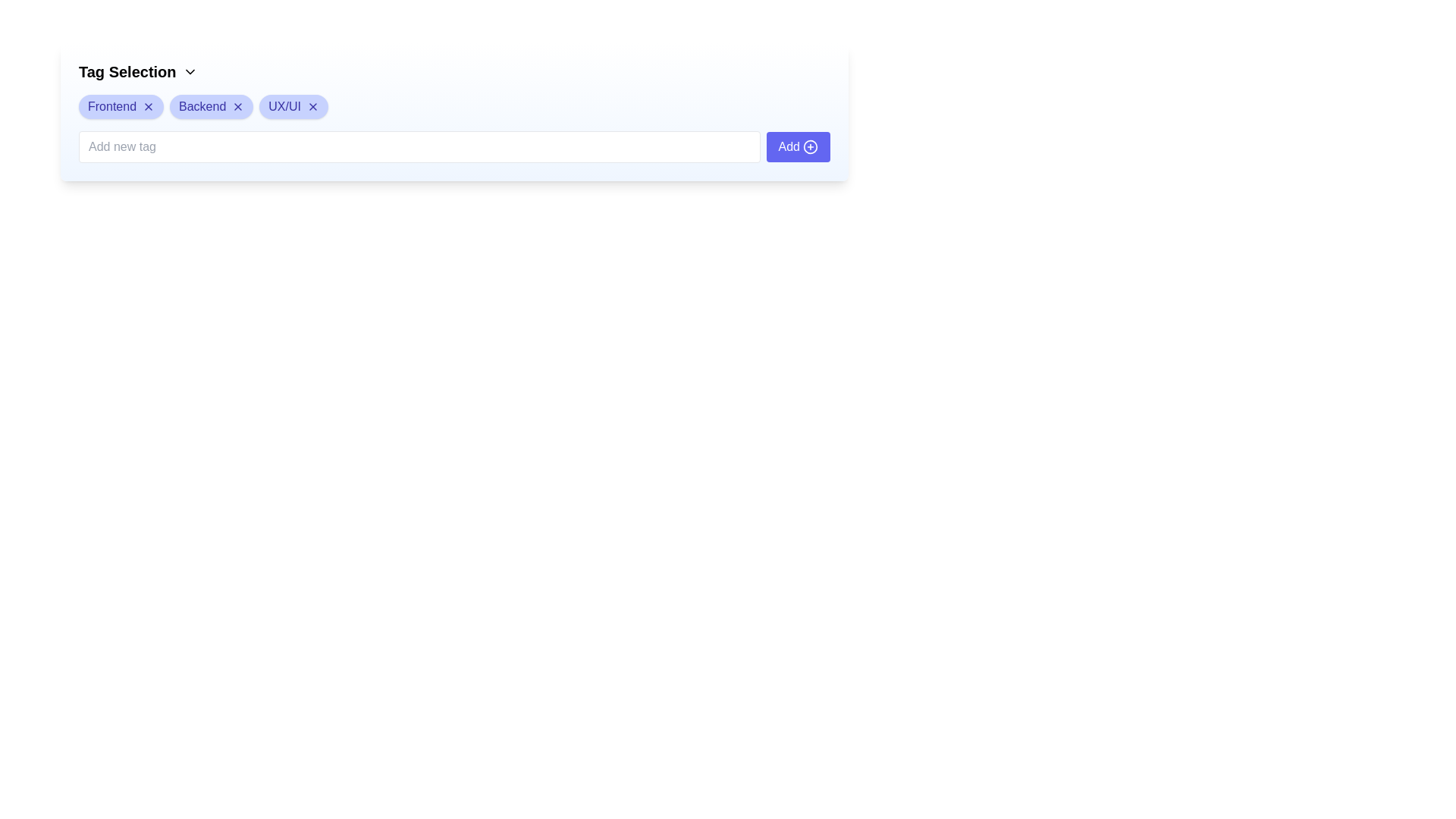  I want to click on the 'Frontend' tag control, which is a pill-shaped element with a light-indigo background and bold, indigo-colored text, so click(120, 106).